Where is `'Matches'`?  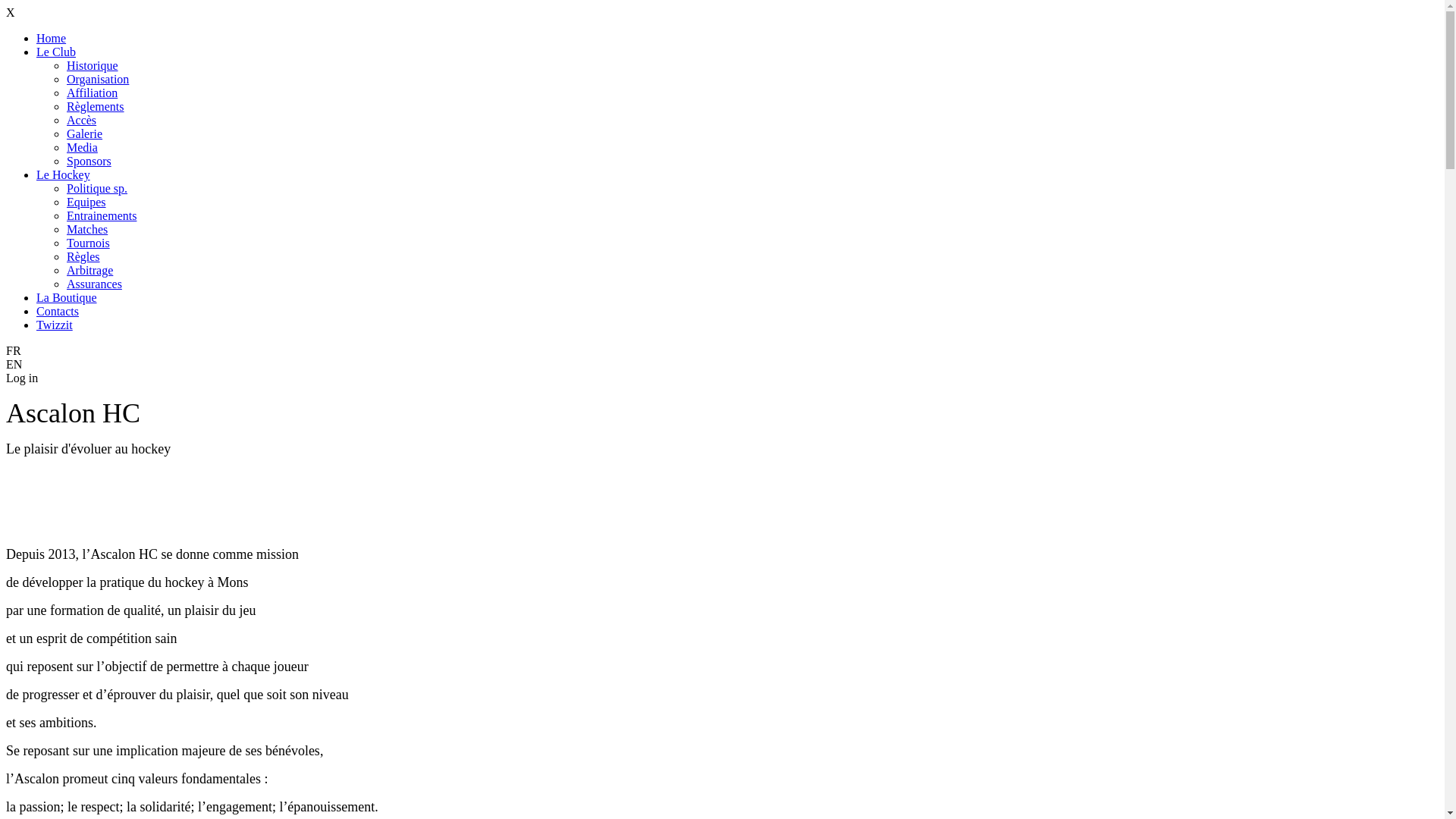 'Matches' is located at coordinates (65, 229).